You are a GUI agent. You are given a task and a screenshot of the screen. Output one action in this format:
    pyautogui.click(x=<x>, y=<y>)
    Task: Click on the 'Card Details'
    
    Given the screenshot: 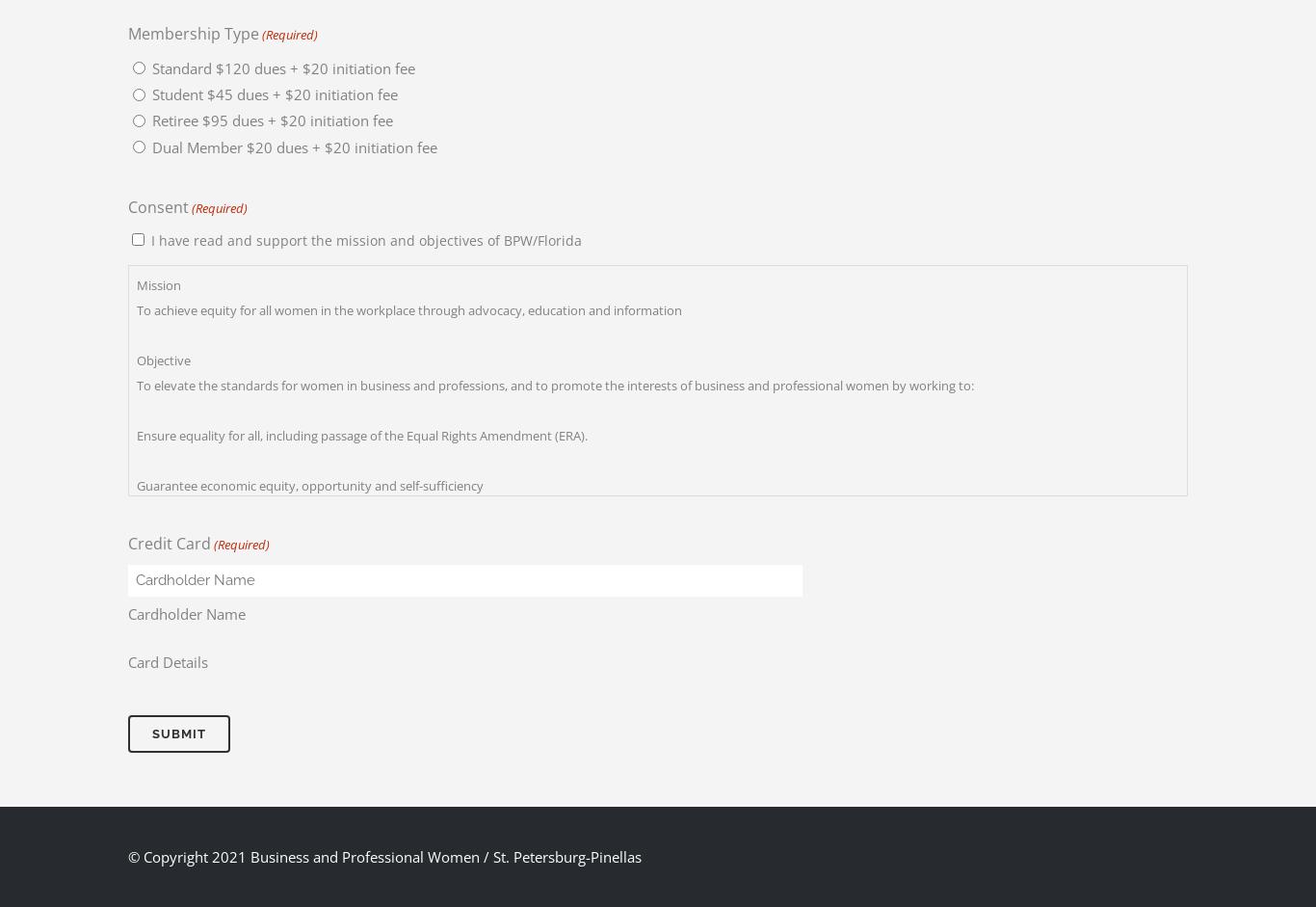 What is the action you would take?
    pyautogui.click(x=127, y=662)
    